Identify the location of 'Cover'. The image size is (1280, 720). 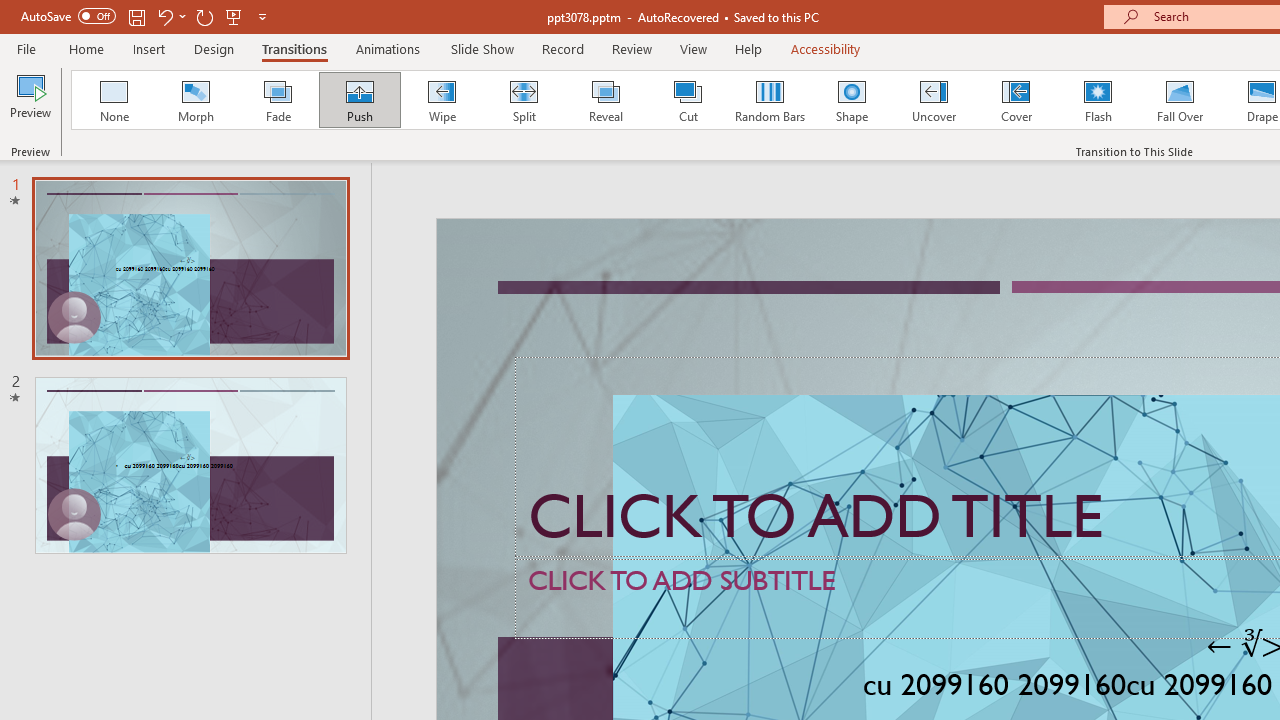
(1016, 100).